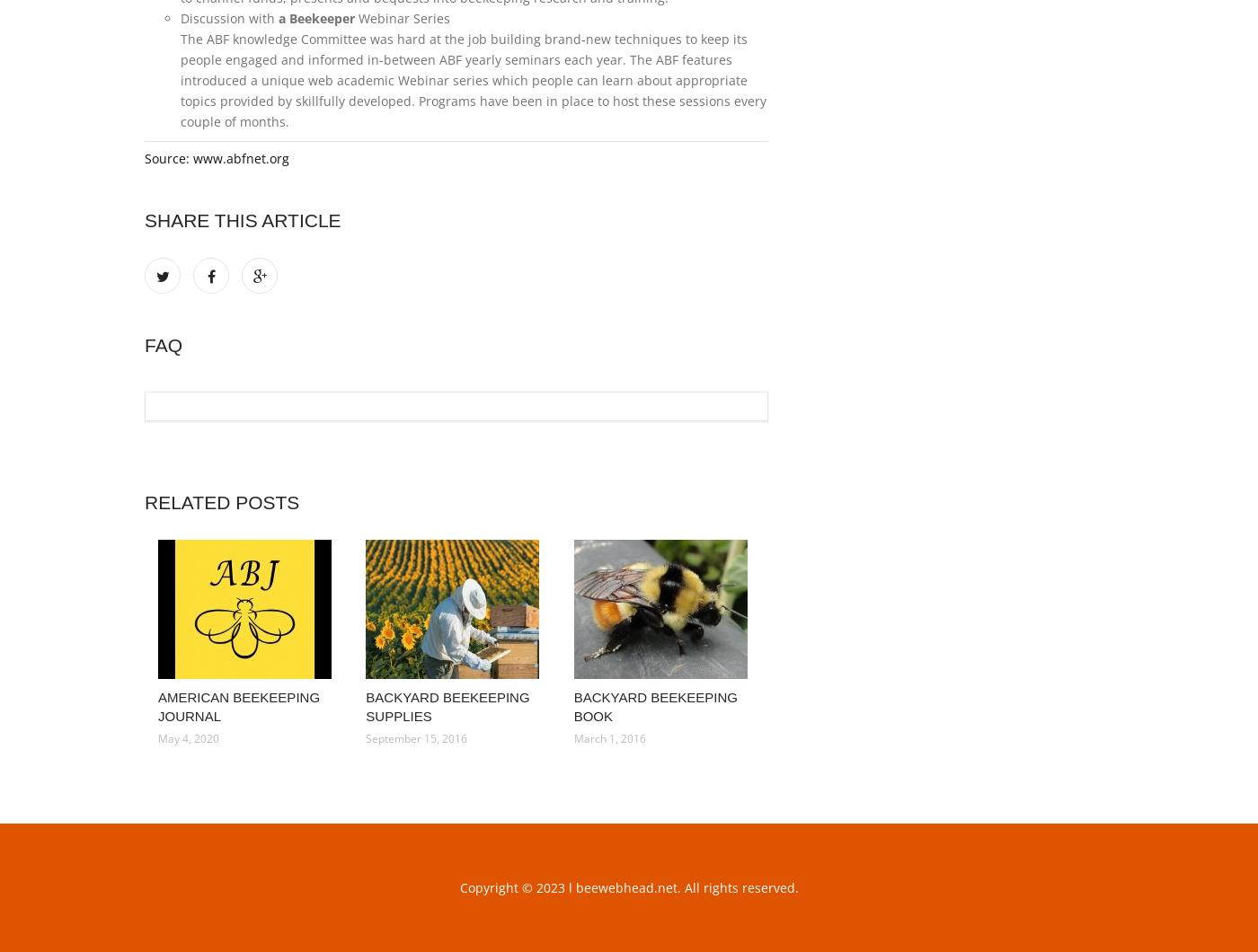 This screenshot has height=952, width=1258. What do you see at coordinates (459, 886) in the screenshot?
I see `'Copyright © 2023 l beewebhead.net. All rights reserved.'` at bounding box center [459, 886].